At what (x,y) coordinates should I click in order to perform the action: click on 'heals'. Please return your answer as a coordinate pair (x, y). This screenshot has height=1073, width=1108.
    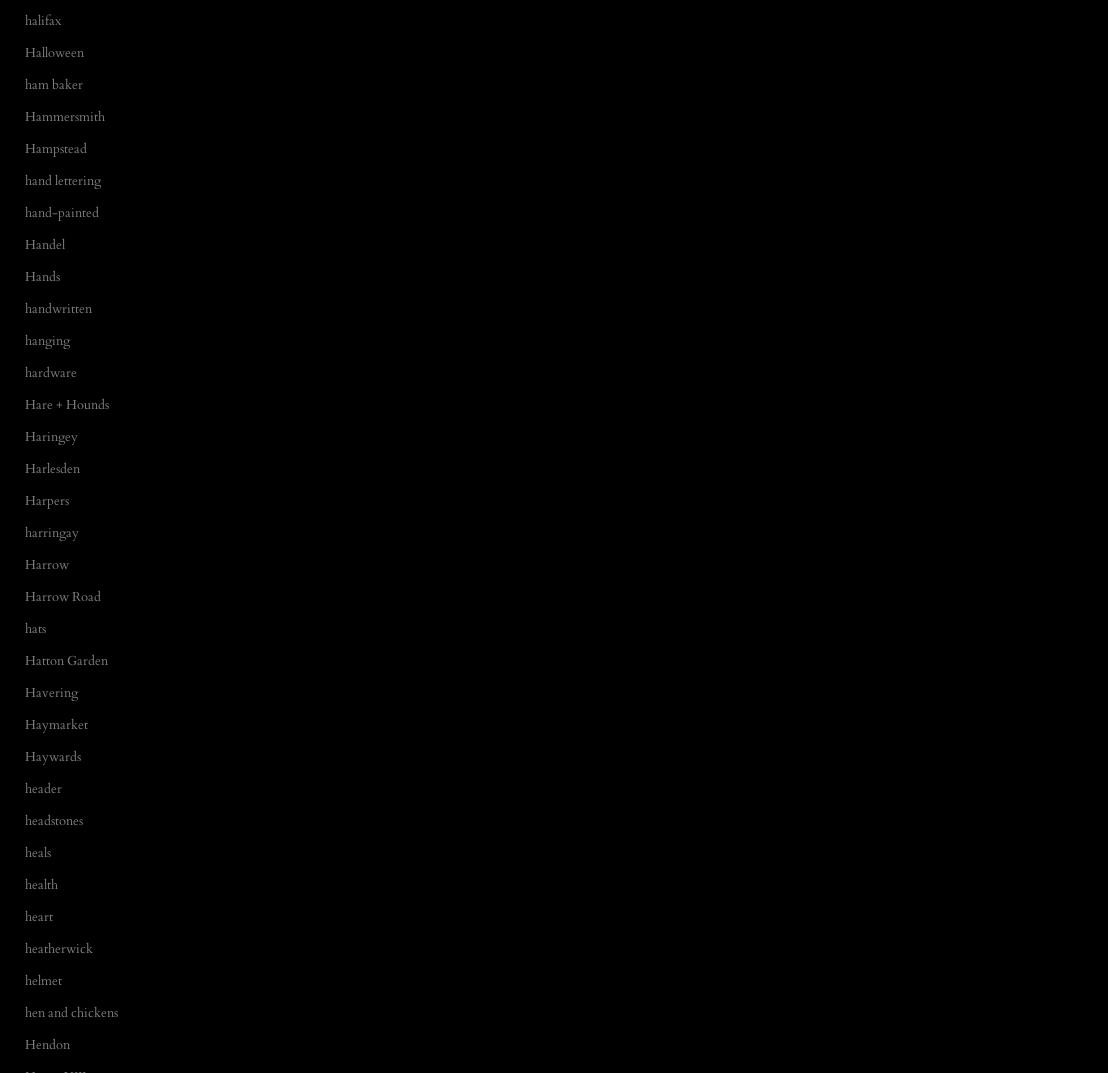
    Looking at the image, I should click on (38, 850).